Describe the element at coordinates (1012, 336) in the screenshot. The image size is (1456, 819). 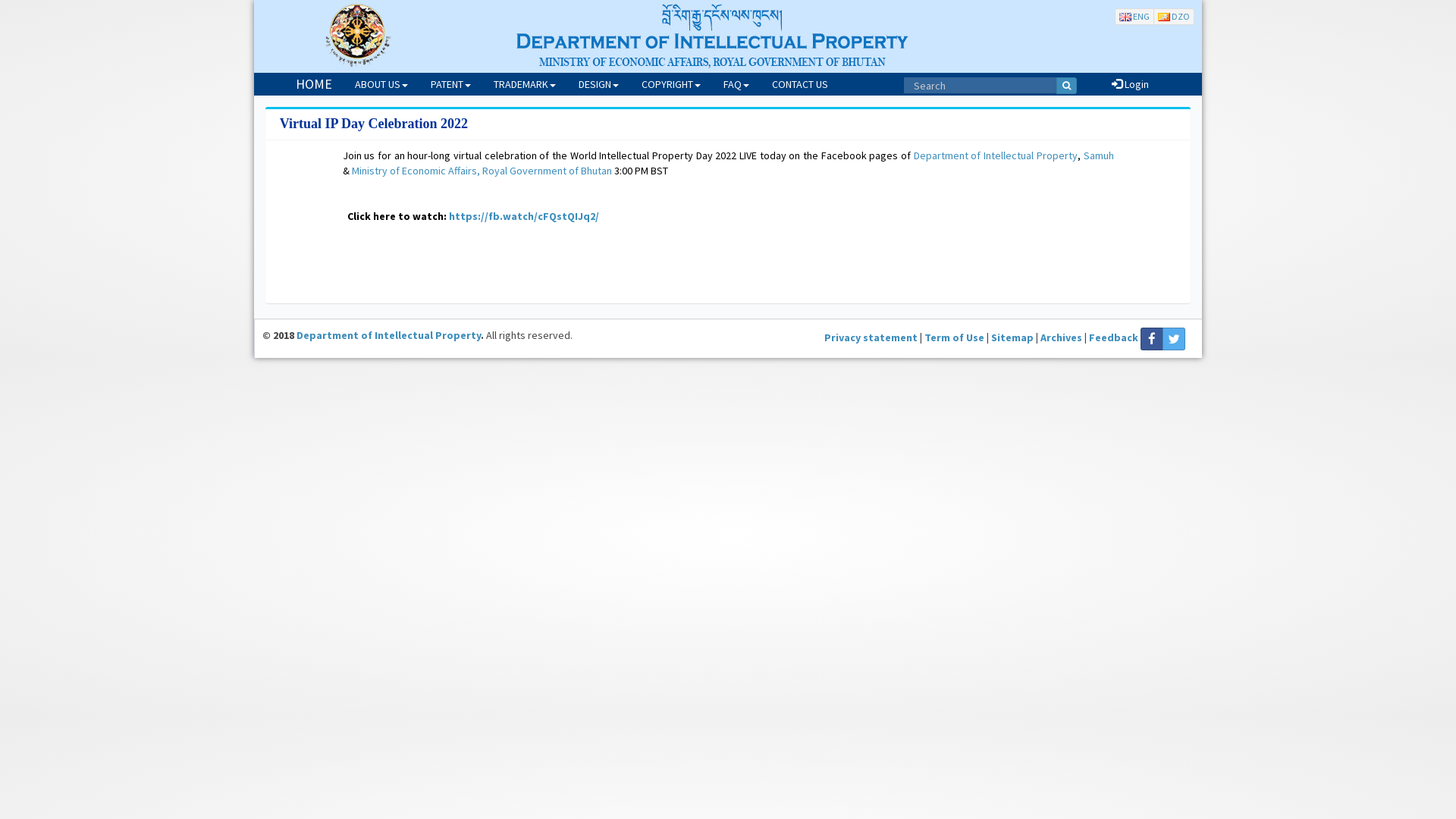
I see `'Sitemap'` at that location.